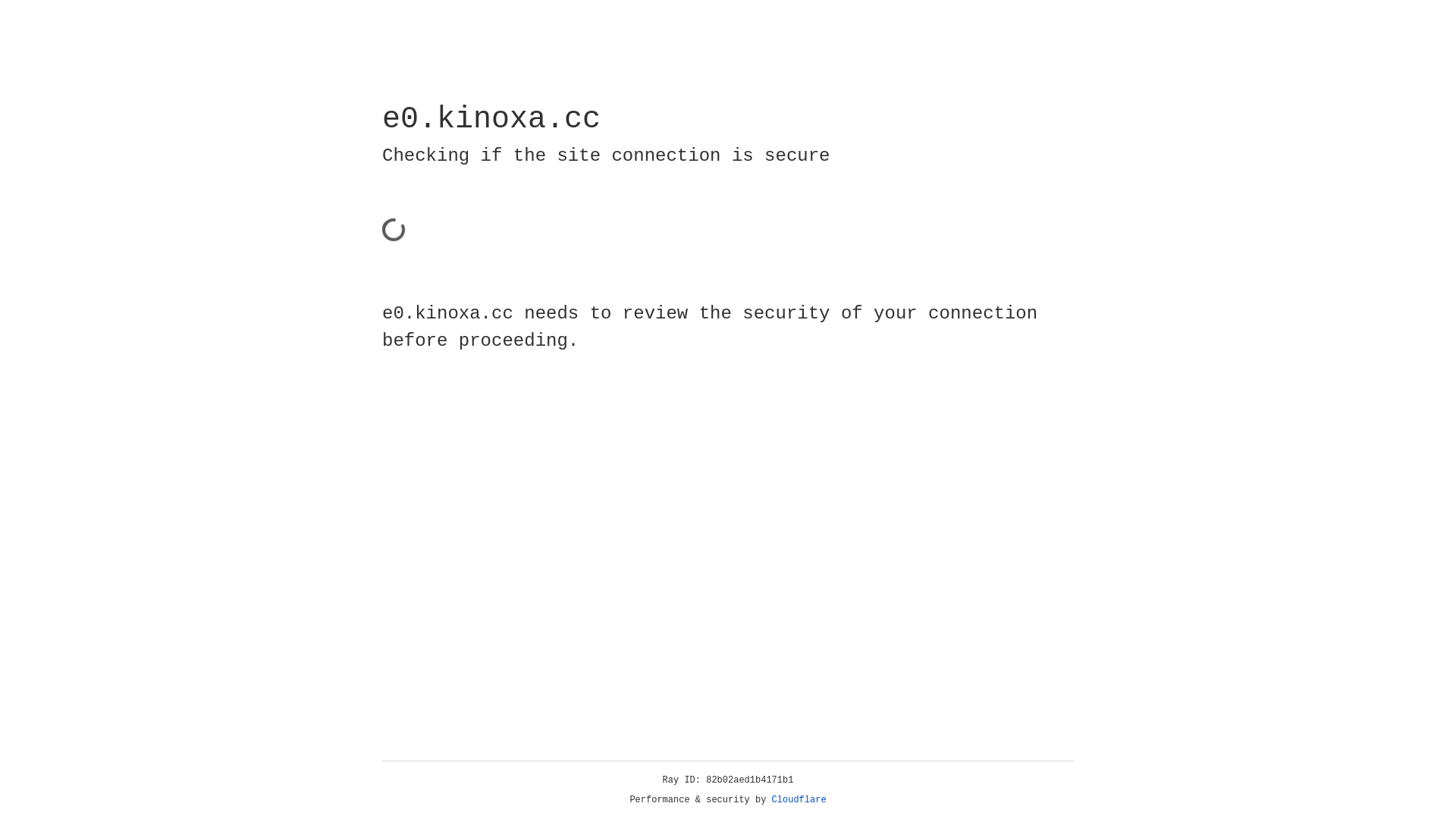  What do you see at coordinates (799, 799) in the screenshot?
I see `'Cloudflare'` at bounding box center [799, 799].